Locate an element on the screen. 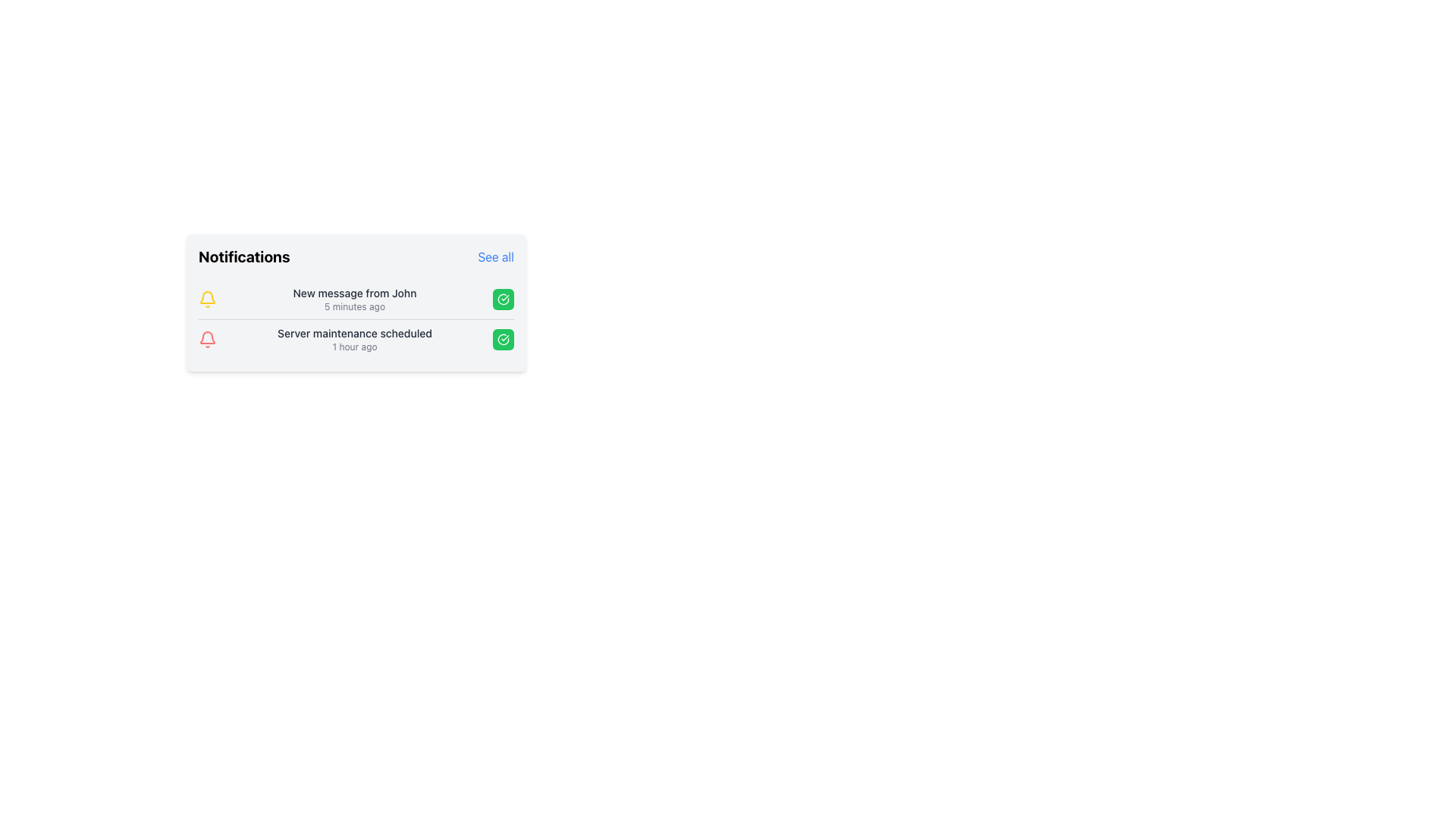 This screenshot has height=819, width=1456. the second notification entry in the 'Notifications' list that conveys information about scheduled server maintenance, located below the 'New message from John' notification and aligned with a red alert icon on the left and a green action button on the right is located at coordinates (353, 338).